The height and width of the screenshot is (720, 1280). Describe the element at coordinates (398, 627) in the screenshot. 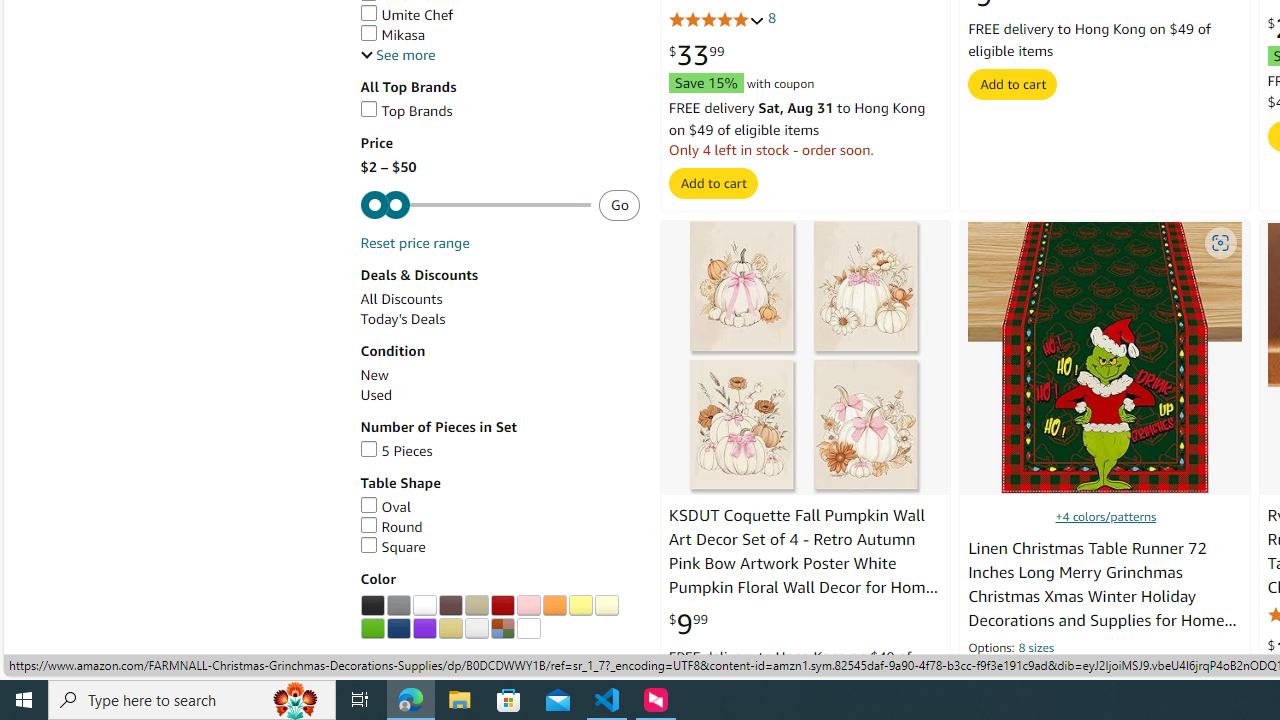

I see `'AutomationID: p_n_feature_twenty_browse-bin/3254109011'` at that location.